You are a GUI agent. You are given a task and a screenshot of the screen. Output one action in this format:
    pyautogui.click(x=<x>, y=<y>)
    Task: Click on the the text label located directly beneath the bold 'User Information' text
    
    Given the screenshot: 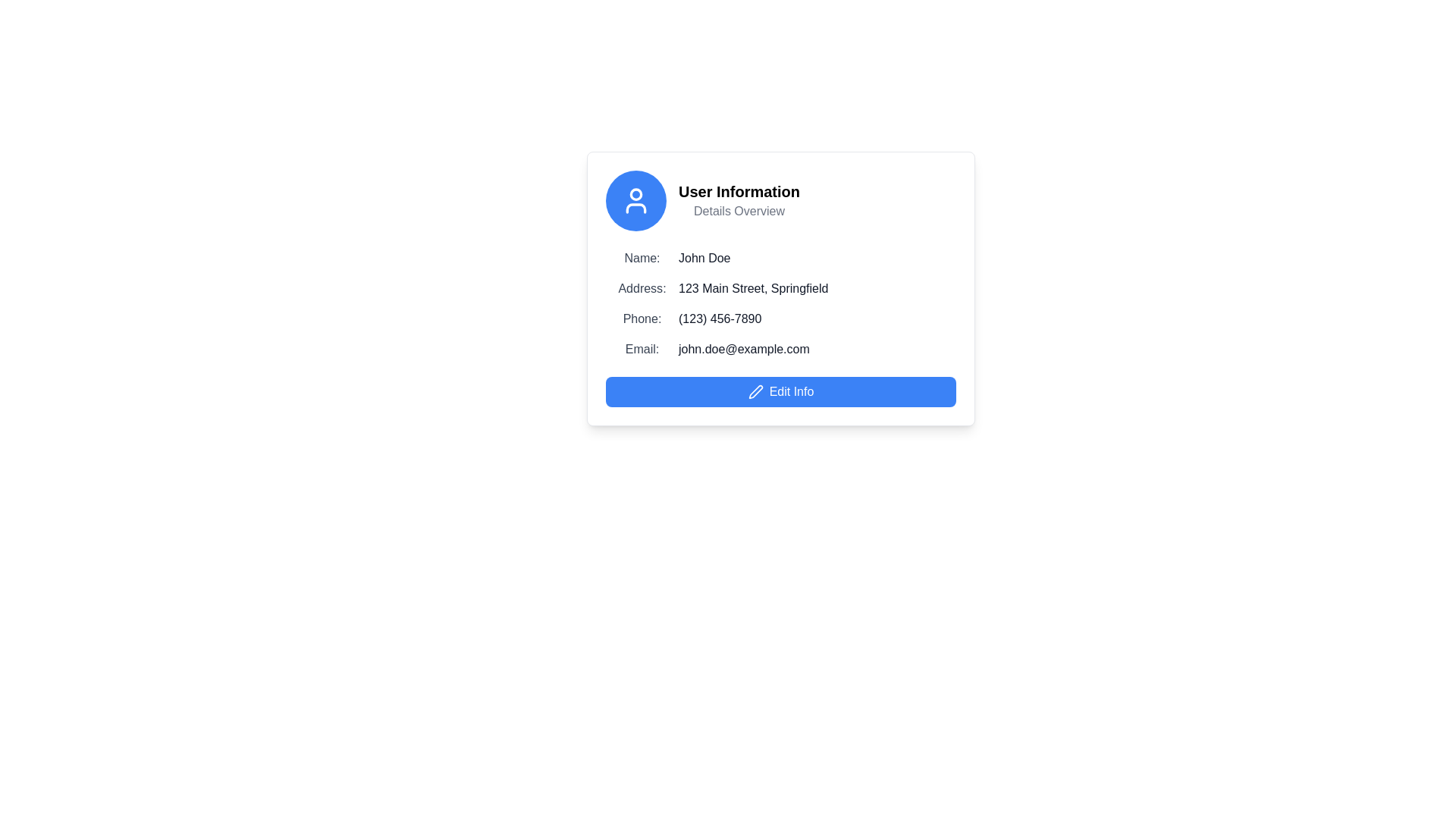 What is the action you would take?
    pyautogui.click(x=739, y=211)
    